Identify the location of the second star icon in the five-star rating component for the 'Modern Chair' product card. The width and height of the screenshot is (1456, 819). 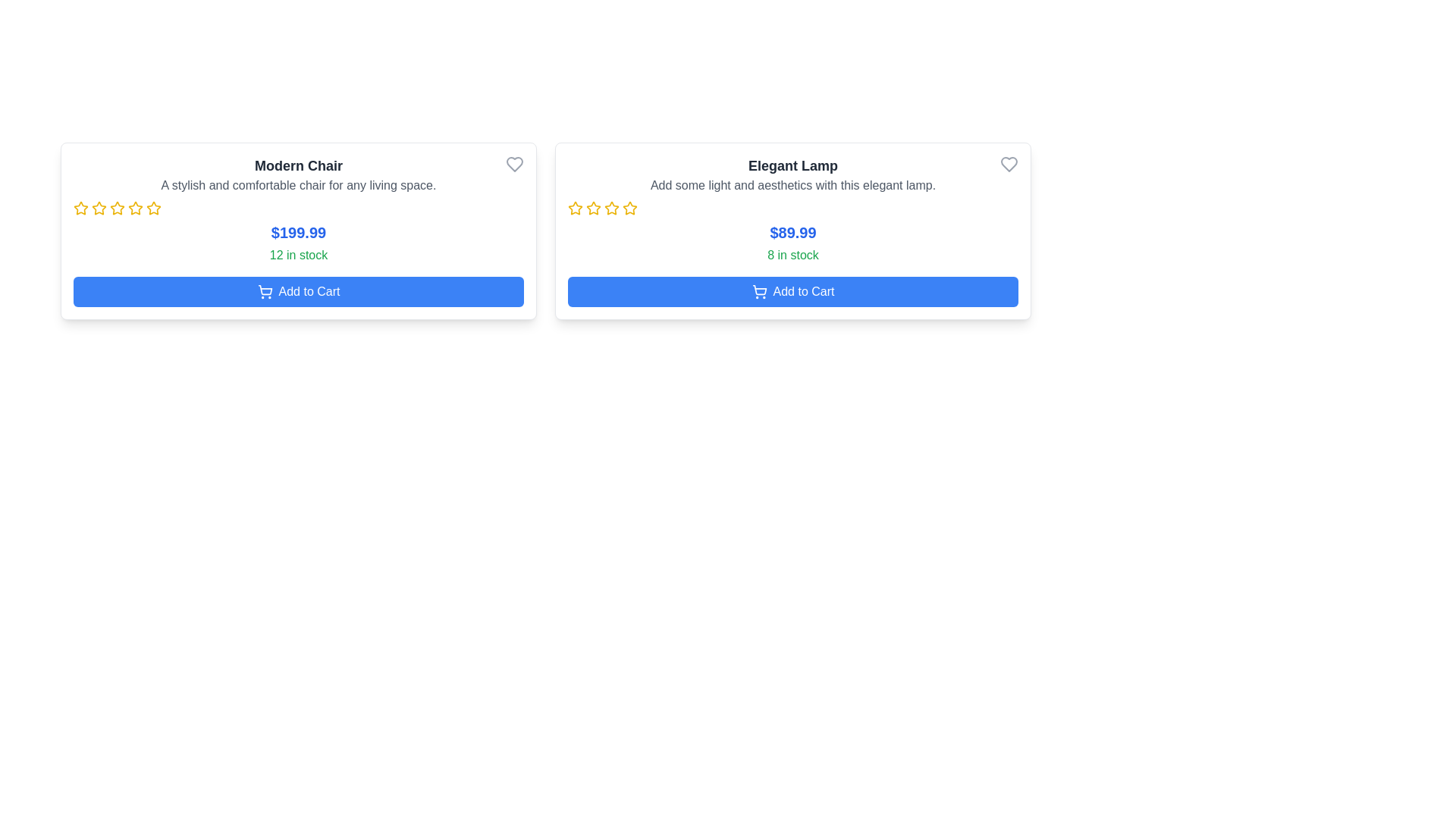
(98, 208).